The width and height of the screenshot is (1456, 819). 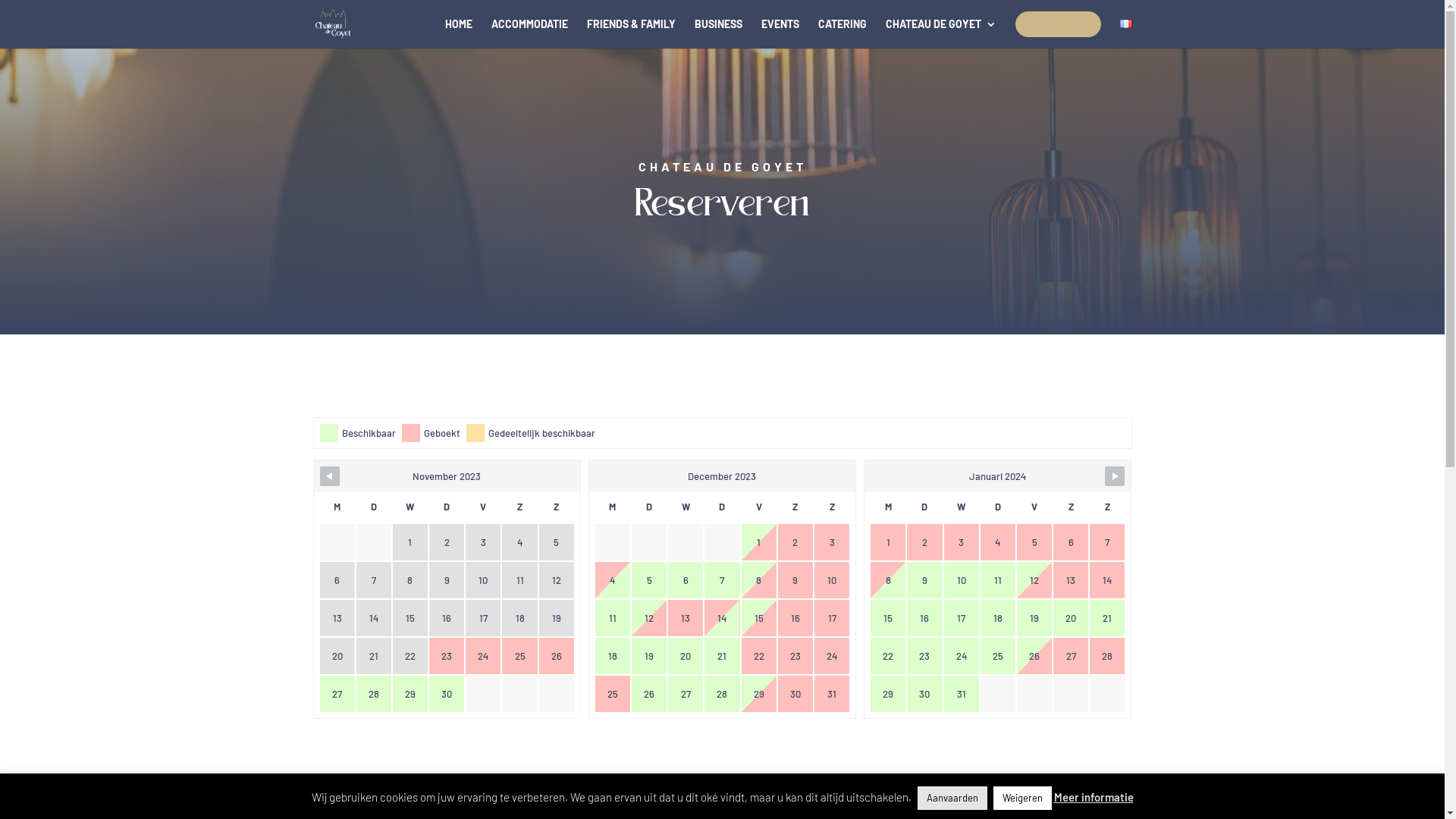 I want to click on 'RESERVEREN', so click(x=1056, y=24).